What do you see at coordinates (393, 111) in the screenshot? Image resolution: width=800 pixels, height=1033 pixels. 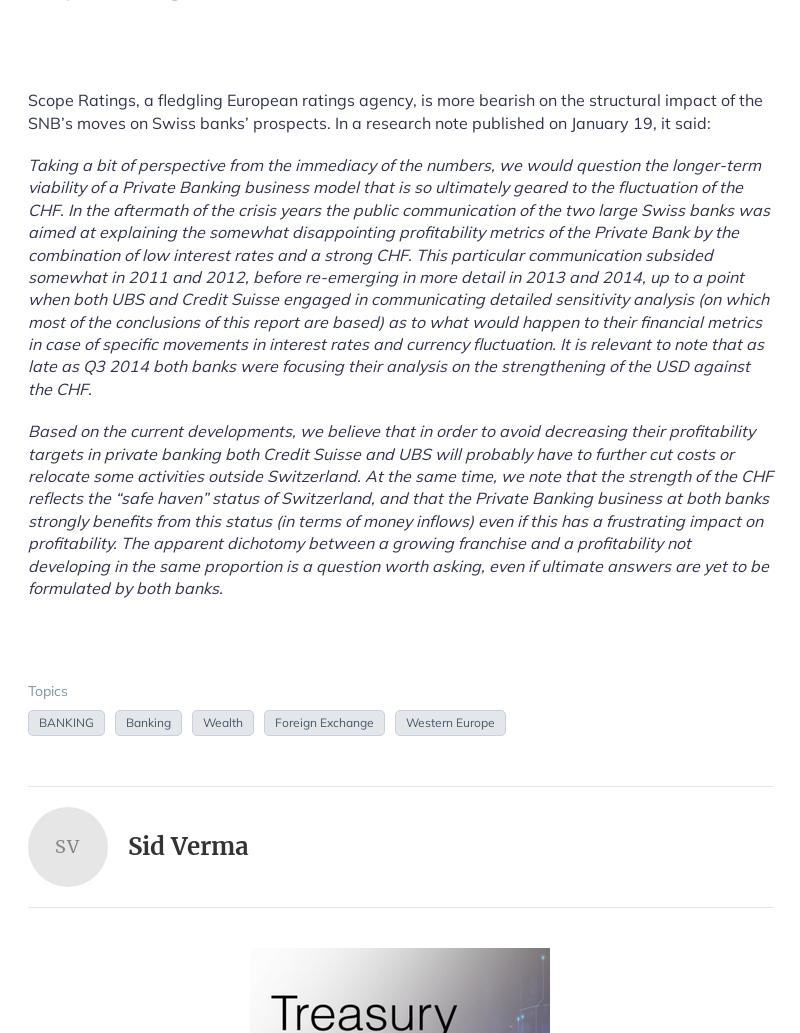 I see `'Scope Ratings, a fledgling European ratings agency, is more bearish on the structural impact of the SNB’s moves on Swiss banks’ prospects. In a research note published on January 19, it said:'` at bounding box center [393, 111].